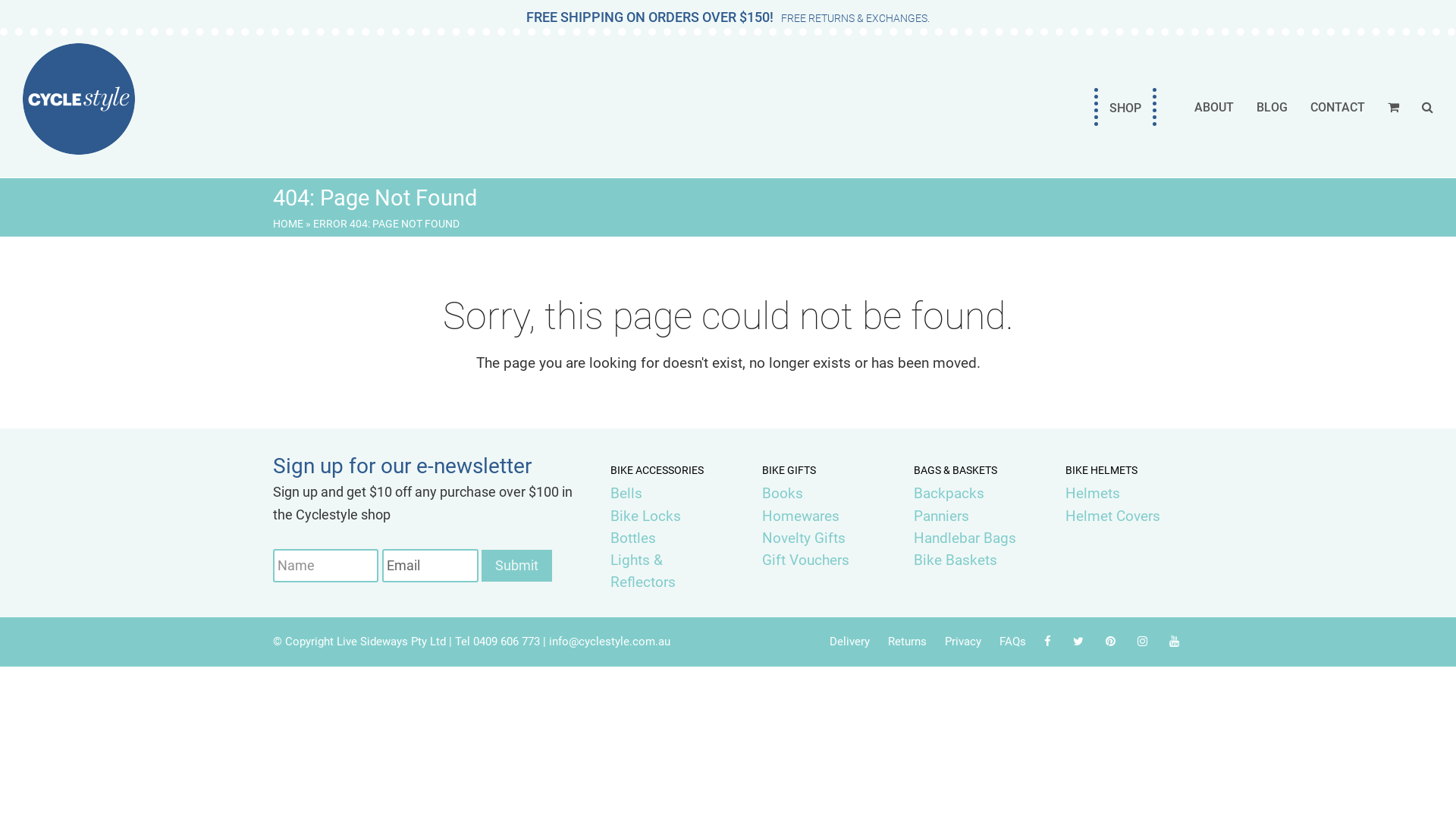 This screenshot has height=819, width=1456. I want to click on 'SHOP', so click(1125, 106).